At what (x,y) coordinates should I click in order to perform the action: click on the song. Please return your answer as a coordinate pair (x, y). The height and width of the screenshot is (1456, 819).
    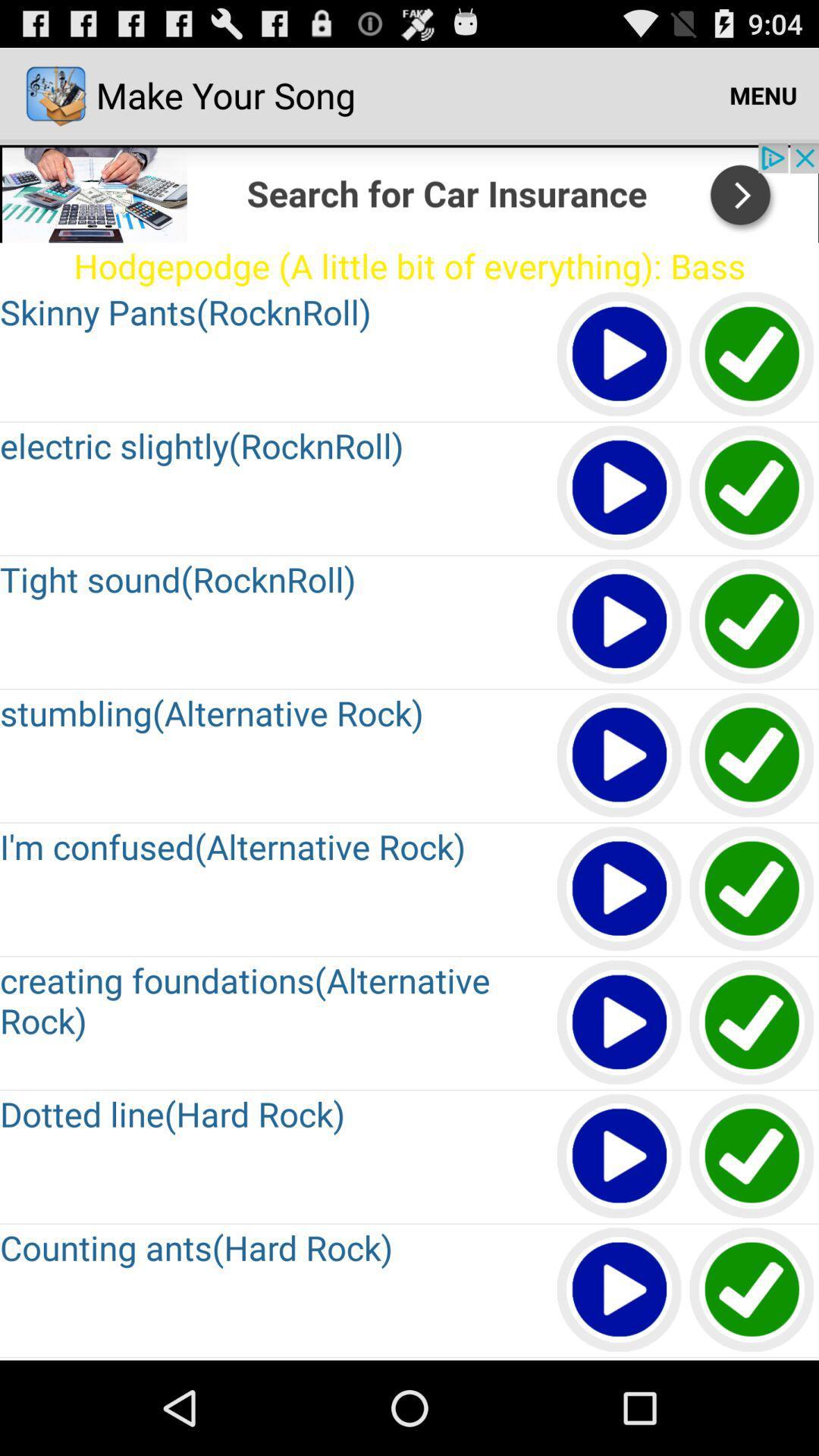
    Looking at the image, I should click on (752, 622).